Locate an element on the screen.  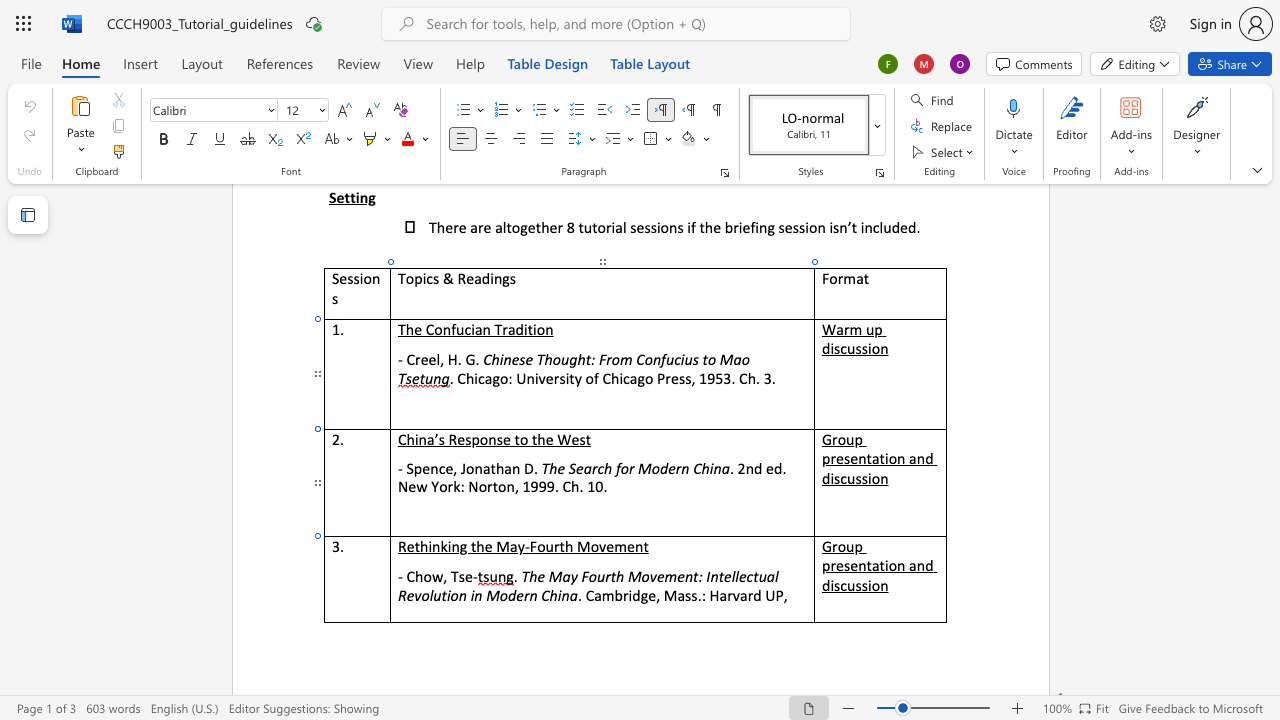
the space between the continuous character "M" and "a" in the text is located at coordinates (508, 546).